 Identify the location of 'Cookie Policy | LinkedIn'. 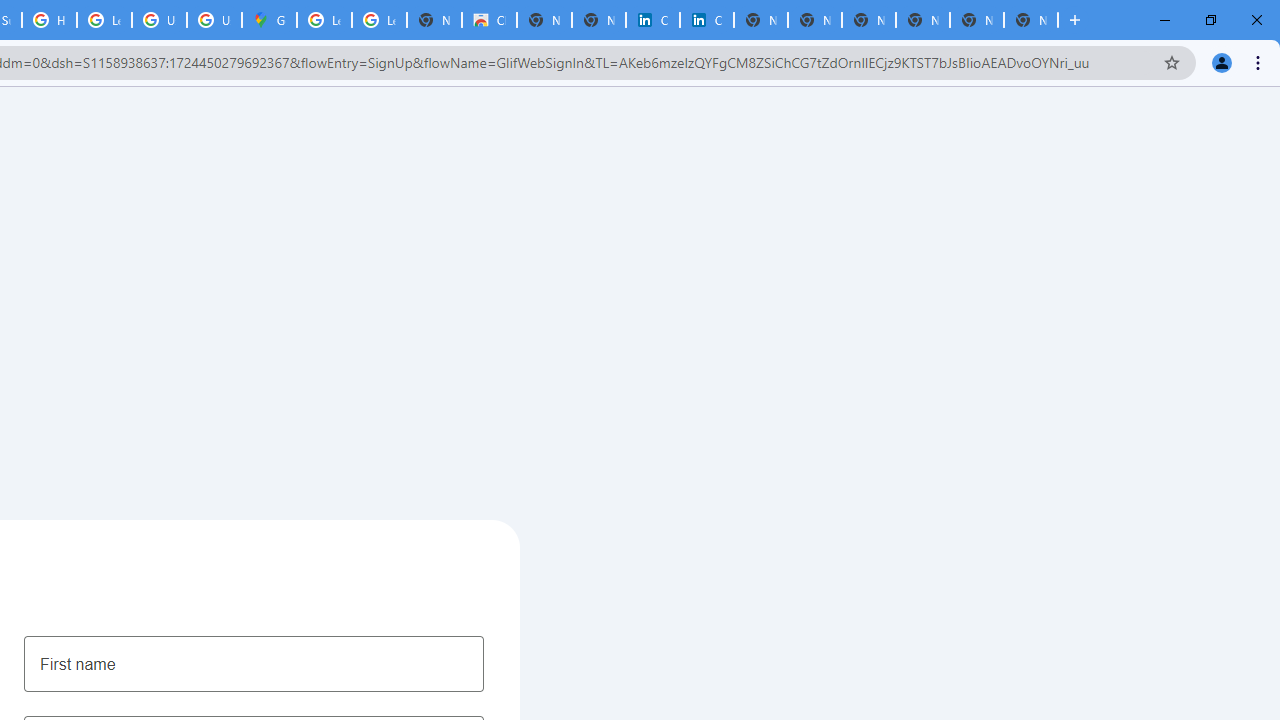
(652, 20).